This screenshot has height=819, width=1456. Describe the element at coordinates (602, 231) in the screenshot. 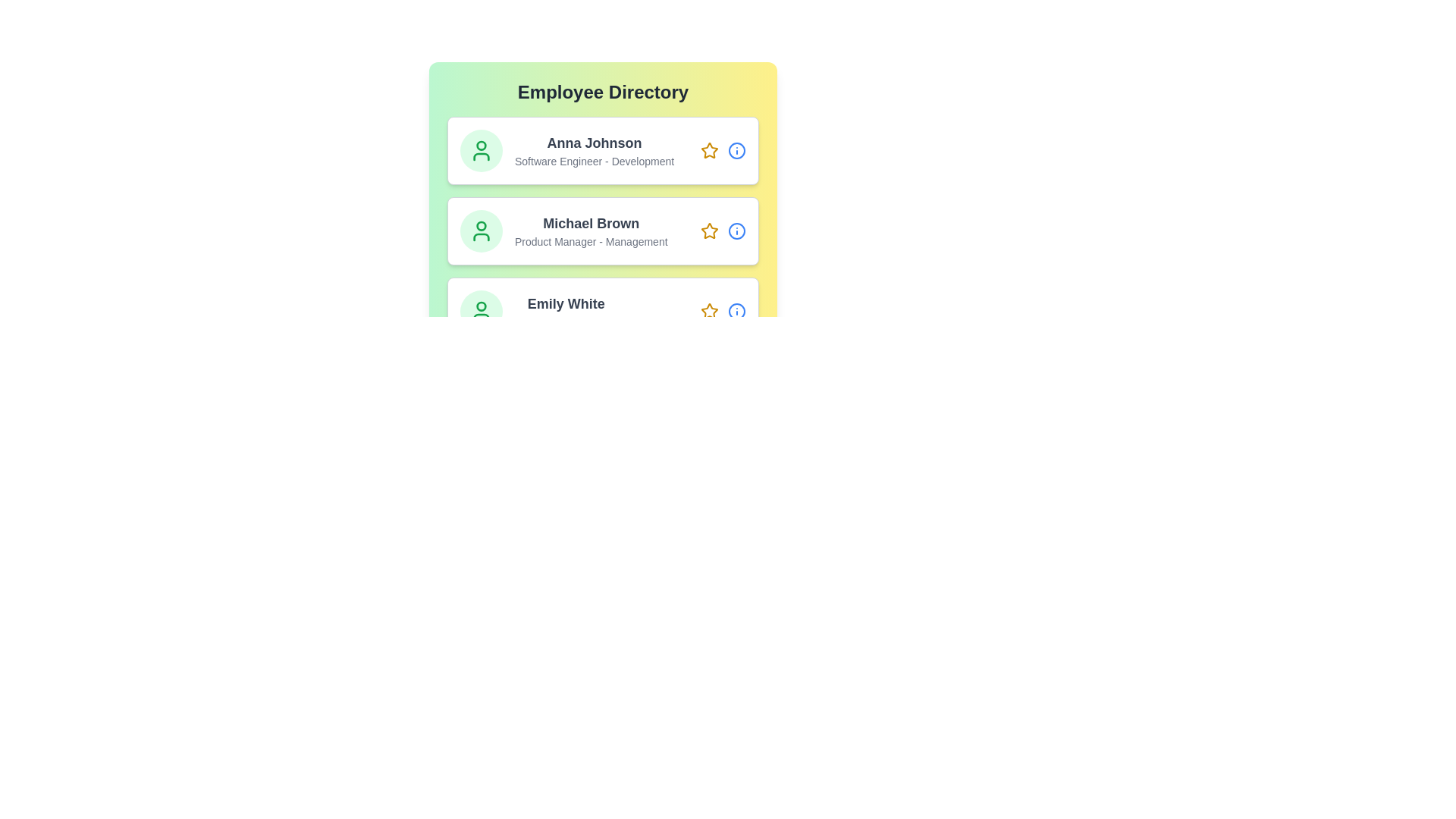

I see `the employee card for Michael Brown` at that location.